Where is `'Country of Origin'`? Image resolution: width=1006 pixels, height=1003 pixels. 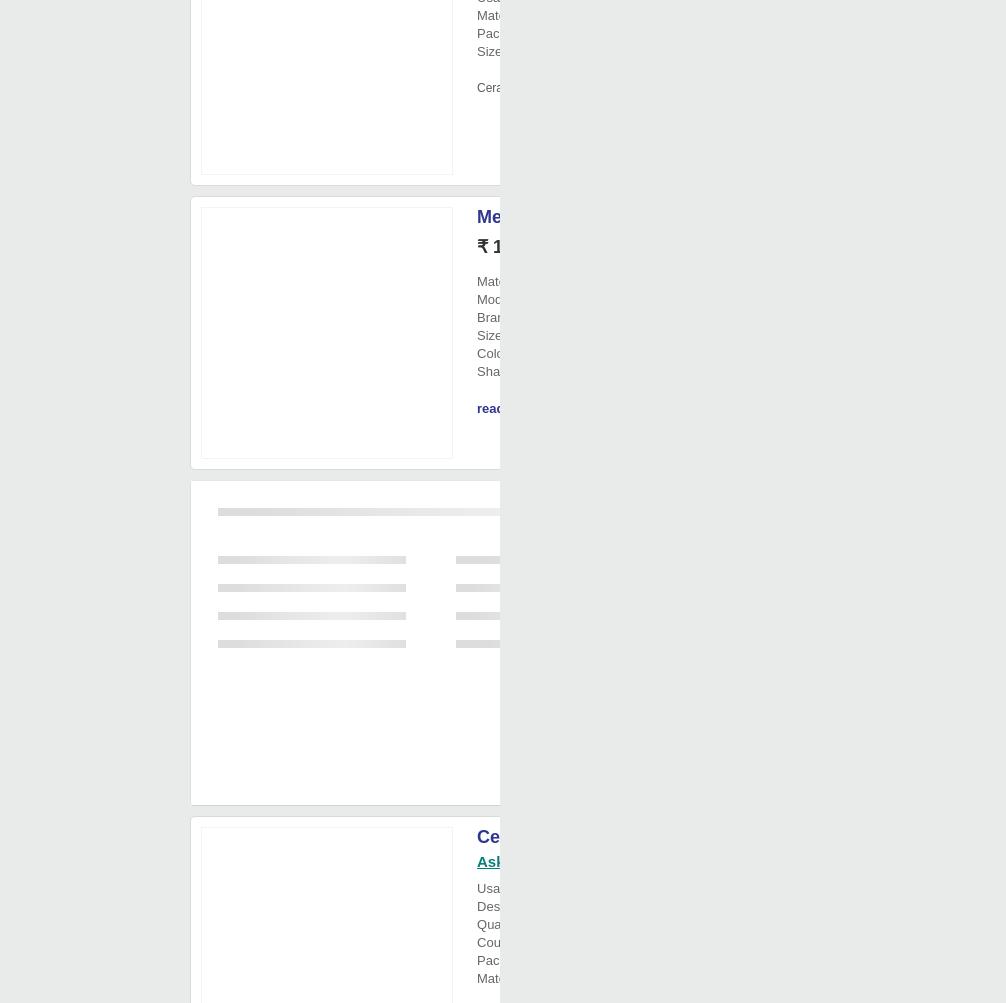
'Country of Origin' is located at coordinates (526, 941).